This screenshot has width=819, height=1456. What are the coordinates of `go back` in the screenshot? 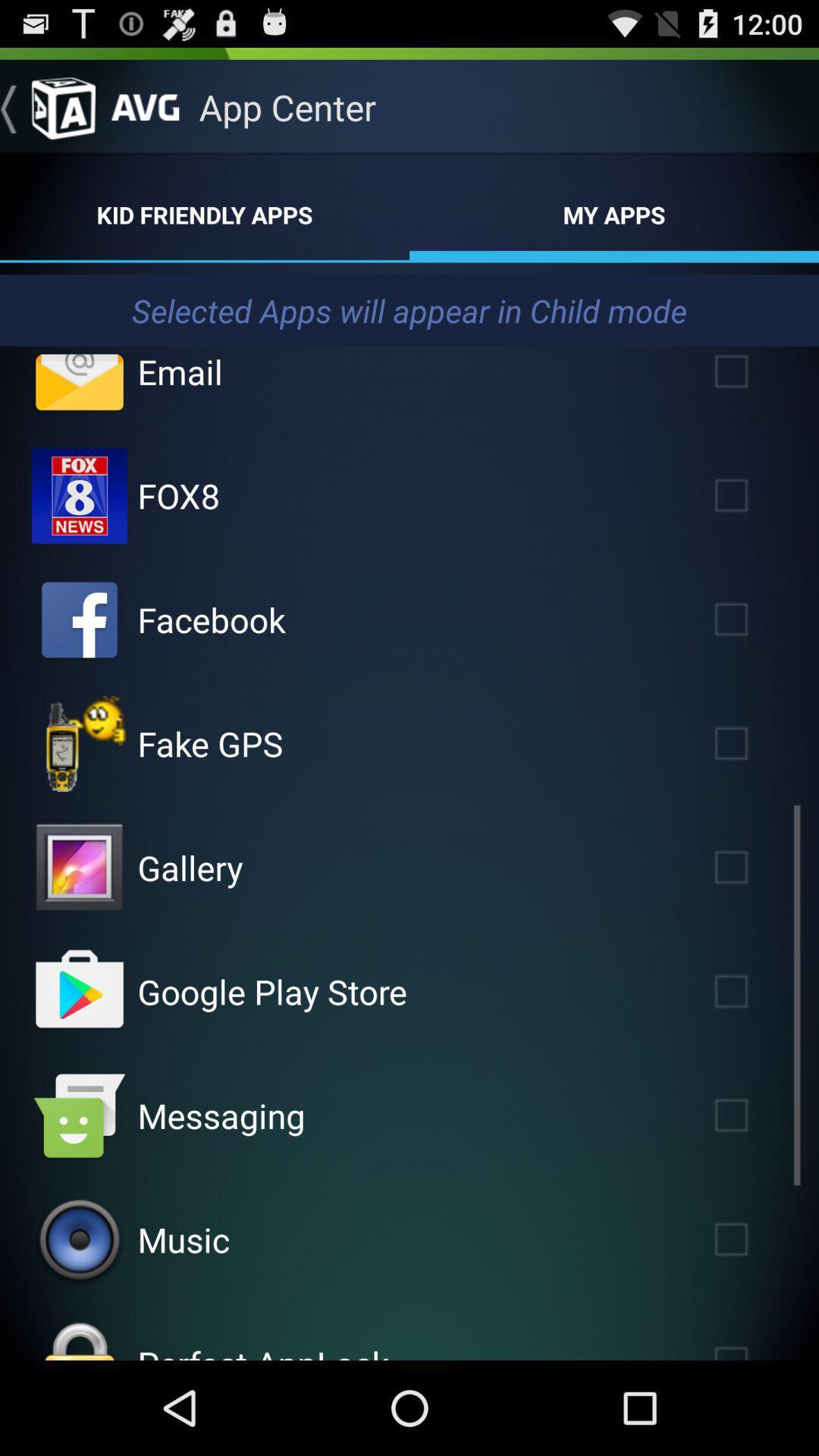 It's located at (46, 106).